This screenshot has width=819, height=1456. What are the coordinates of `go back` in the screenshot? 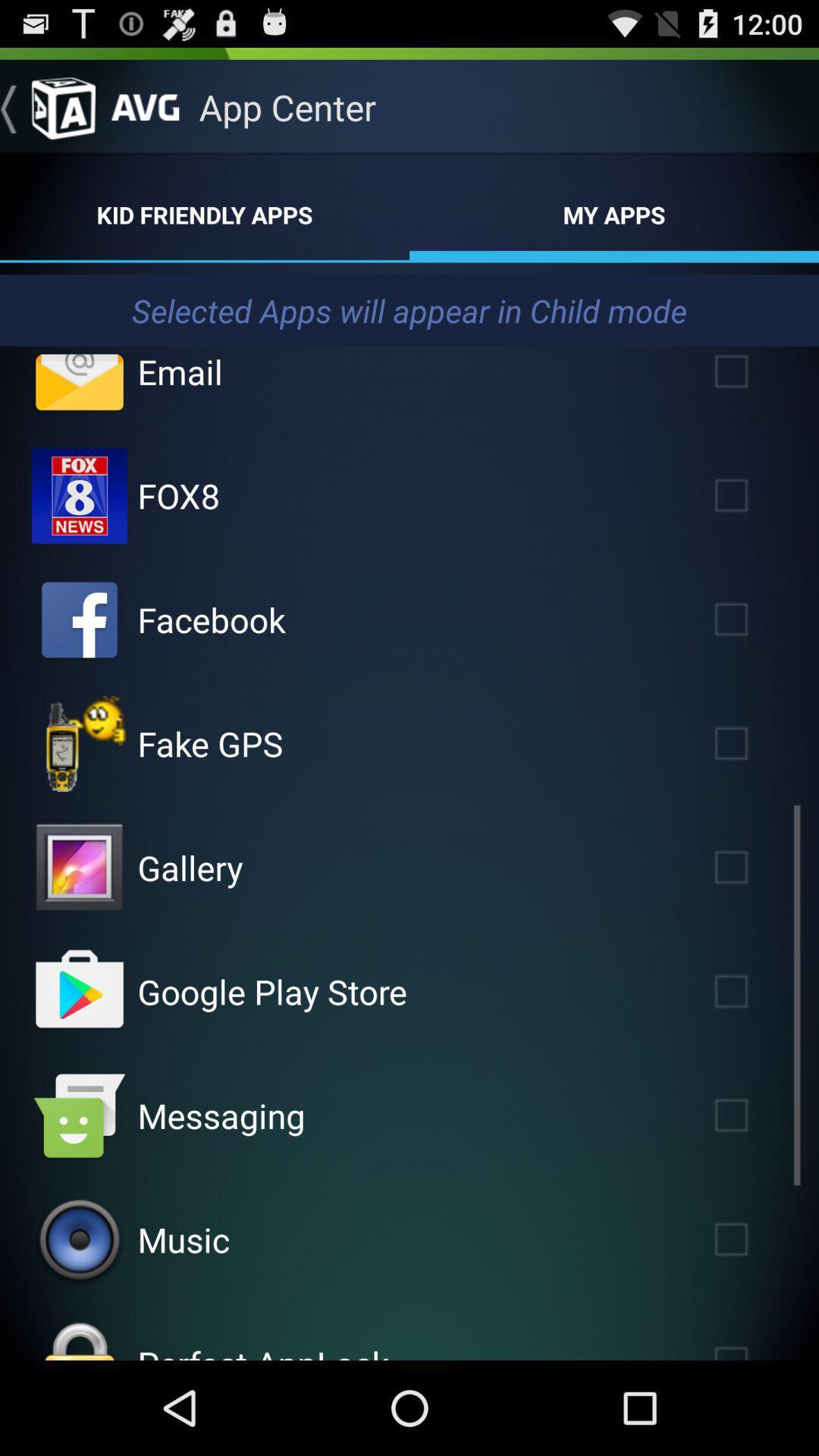 It's located at (46, 106).